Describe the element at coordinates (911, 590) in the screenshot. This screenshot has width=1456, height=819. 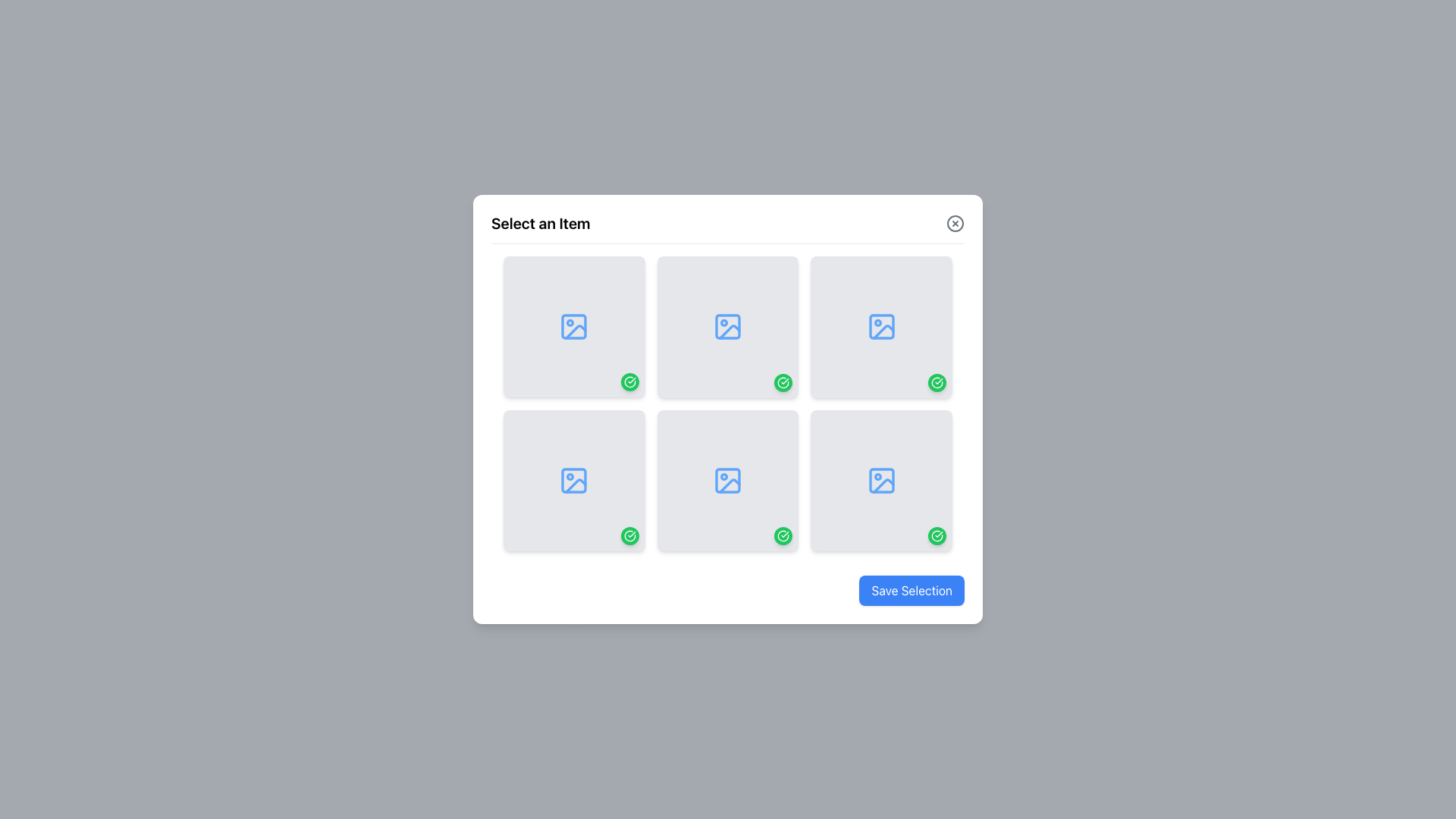
I see `the blue 'Save Selection' button with white text` at that location.